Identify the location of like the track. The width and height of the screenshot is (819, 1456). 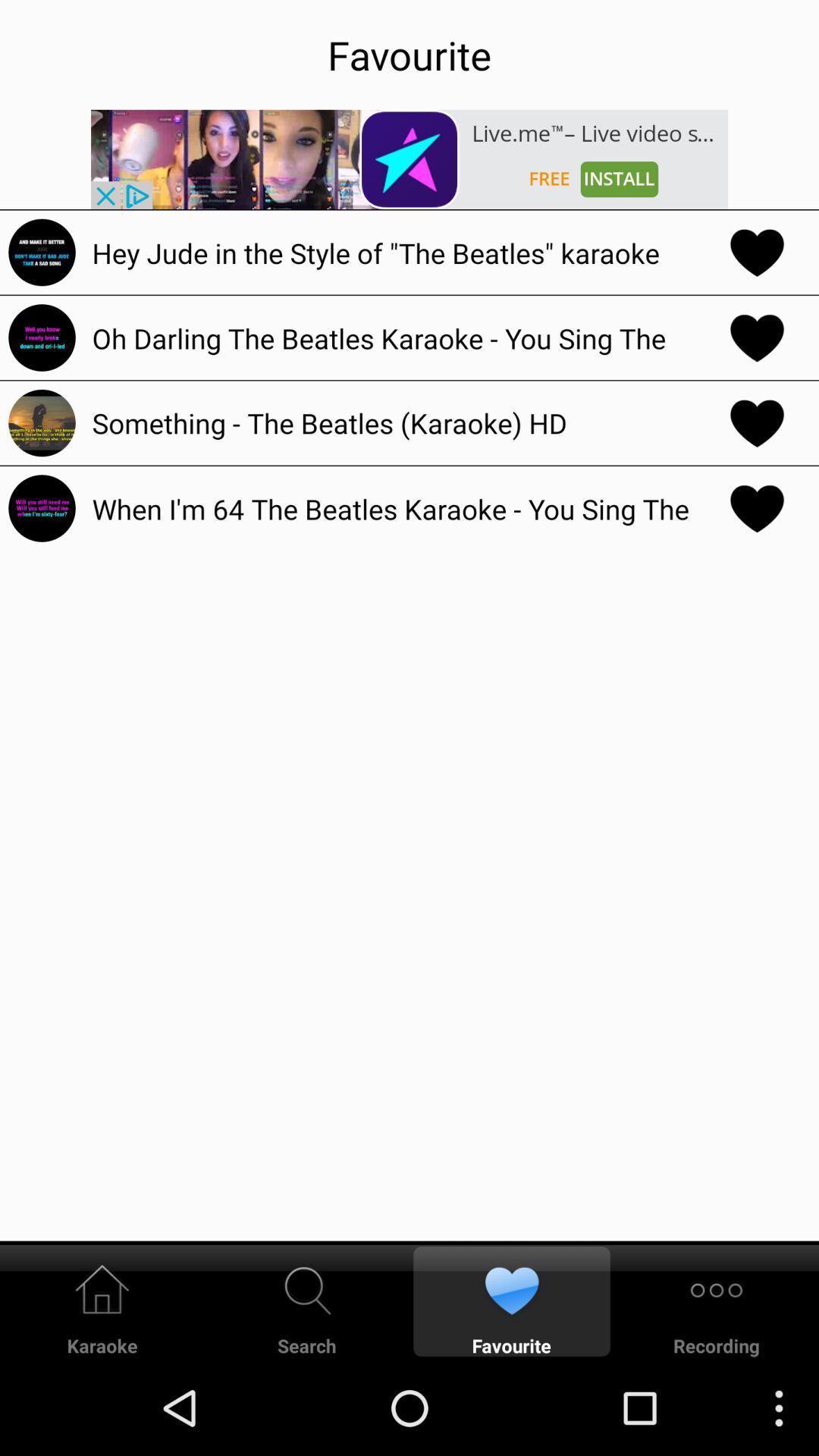
(757, 508).